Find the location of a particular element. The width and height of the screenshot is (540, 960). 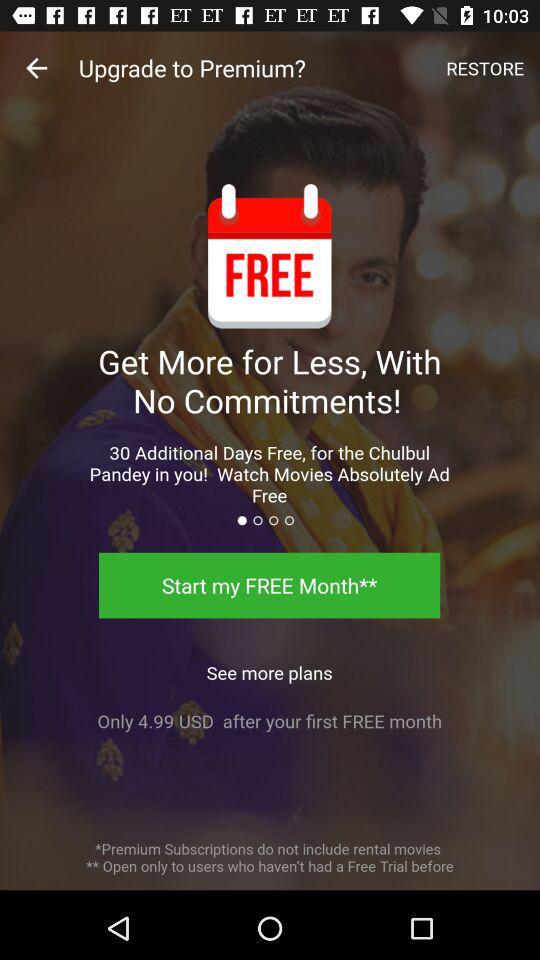

see more plans icon is located at coordinates (269, 667).